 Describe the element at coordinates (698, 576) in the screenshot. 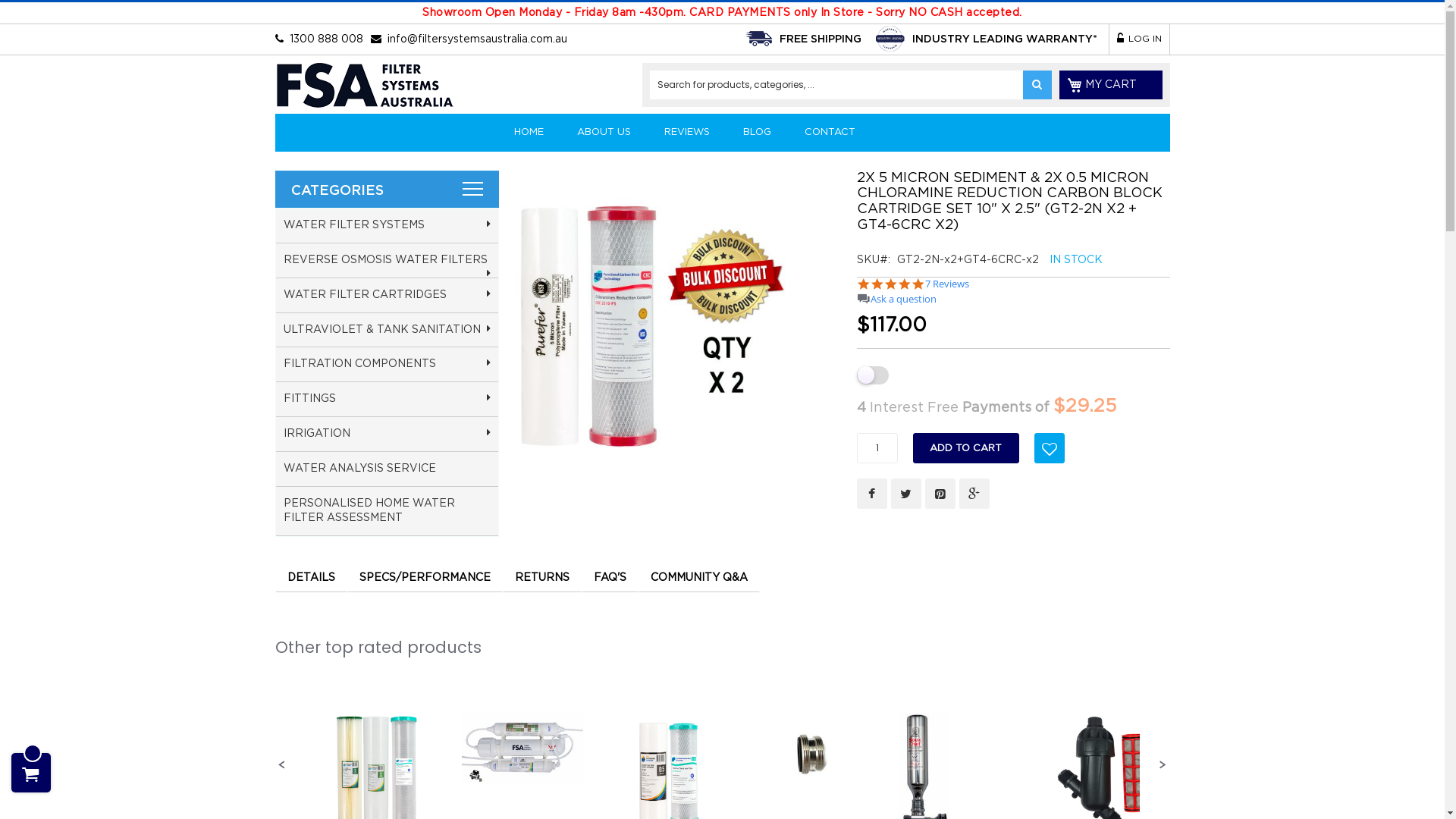

I see `'COMMUNITY Q&A'` at that location.